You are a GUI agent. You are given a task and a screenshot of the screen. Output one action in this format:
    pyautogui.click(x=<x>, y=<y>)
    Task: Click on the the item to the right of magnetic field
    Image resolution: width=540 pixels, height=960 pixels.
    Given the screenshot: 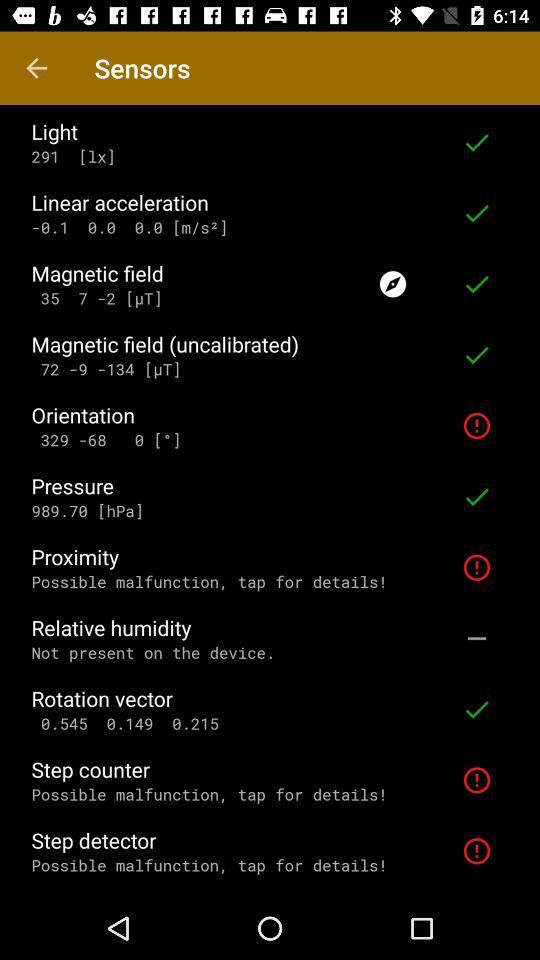 What is the action you would take?
    pyautogui.click(x=393, y=283)
    